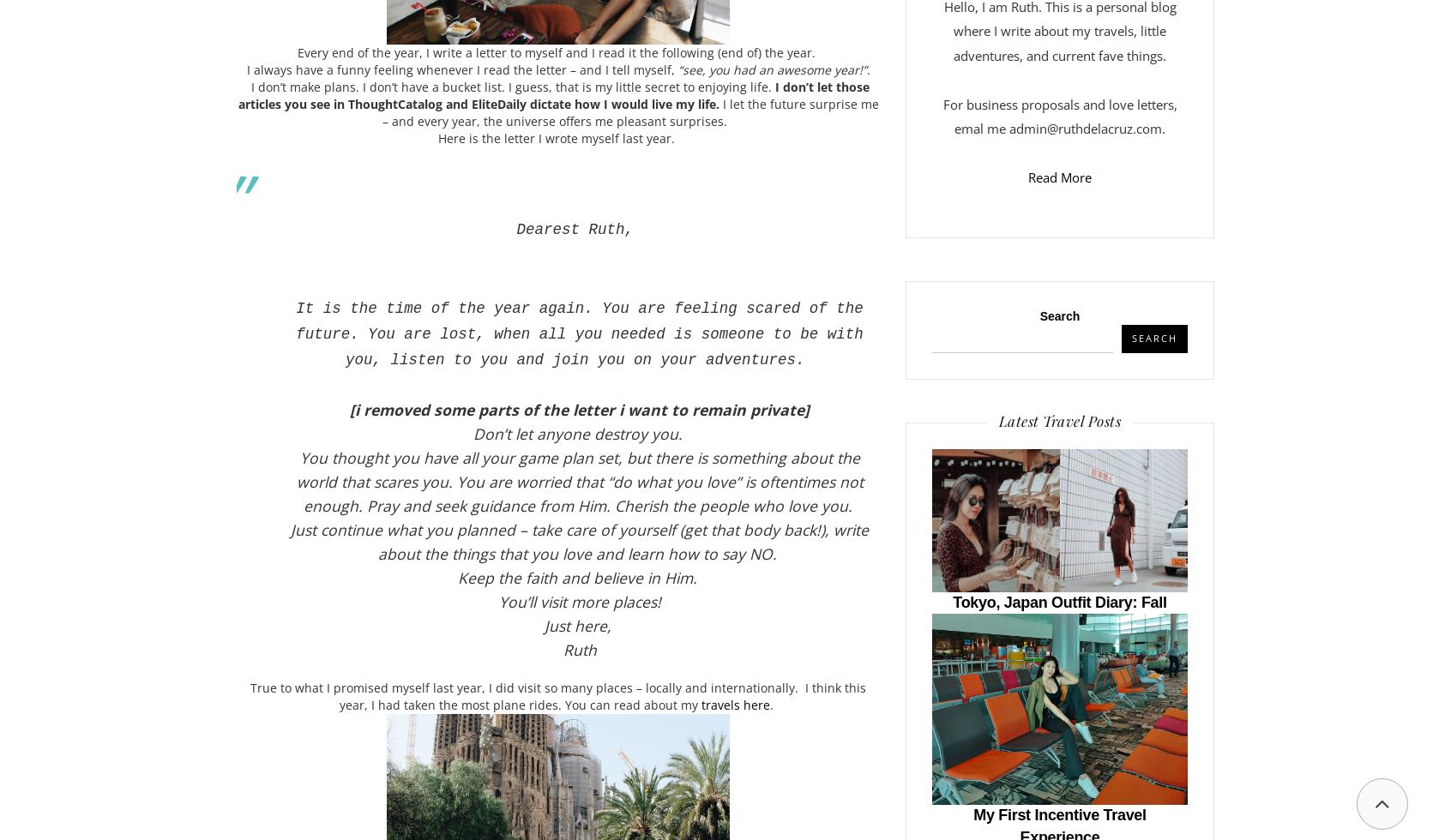 The image size is (1451, 840). Describe the element at coordinates (579, 648) in the screenshot. I see `'Ruth'` at that location.